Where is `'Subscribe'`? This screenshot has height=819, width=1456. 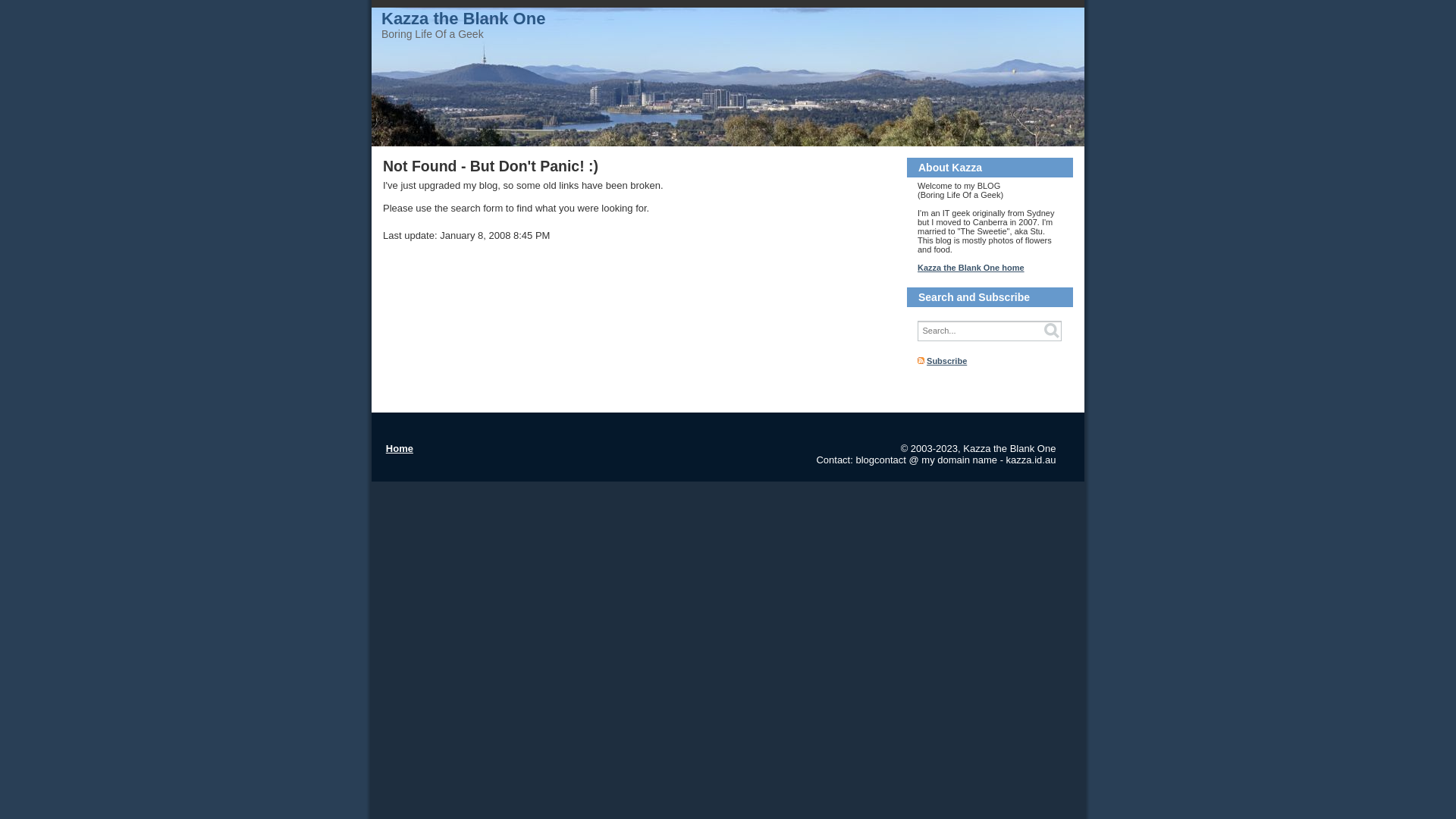 'Subscribe' is located at coordinates (946, 360).